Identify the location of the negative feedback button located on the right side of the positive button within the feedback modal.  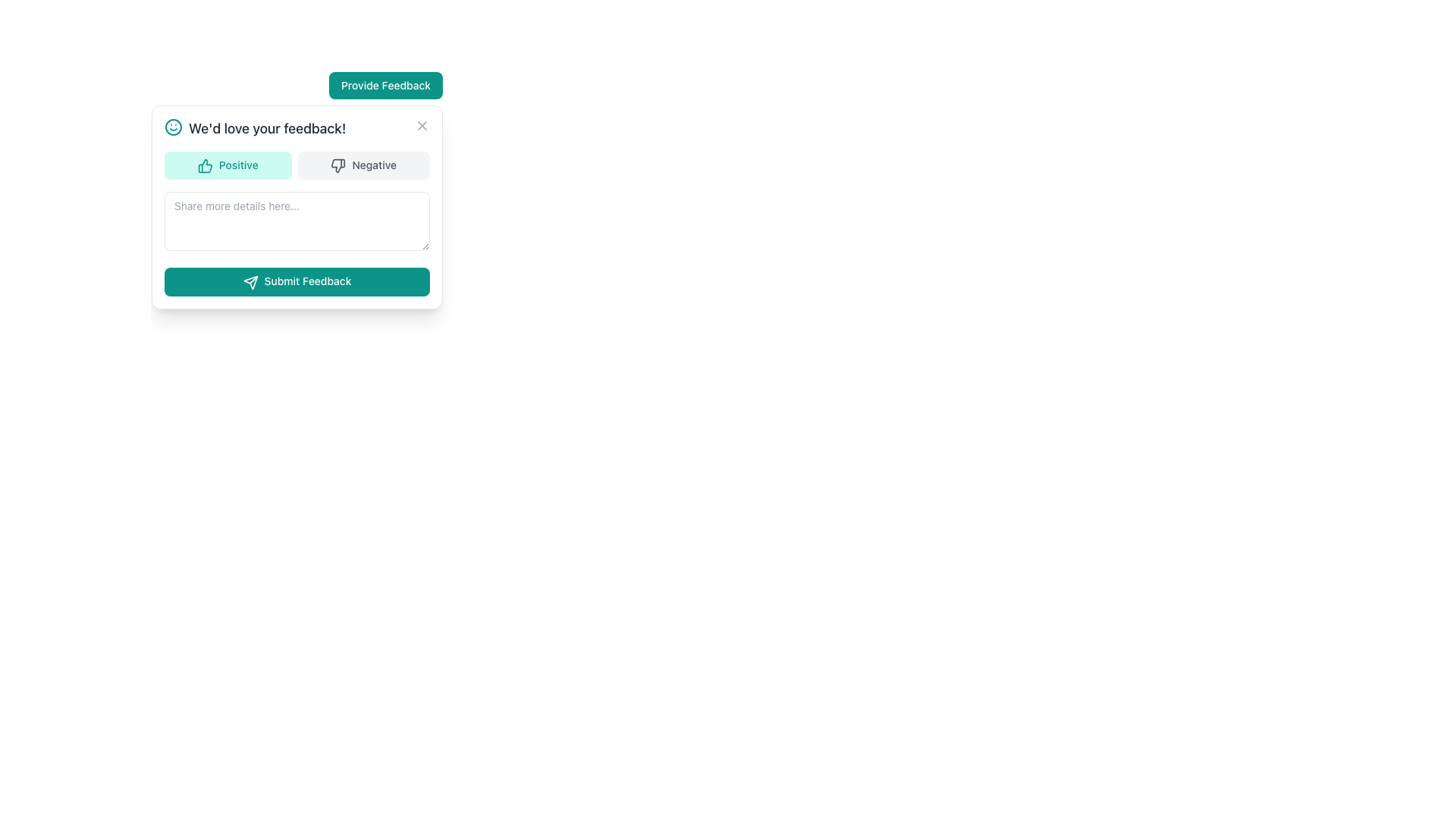
(362, 165).